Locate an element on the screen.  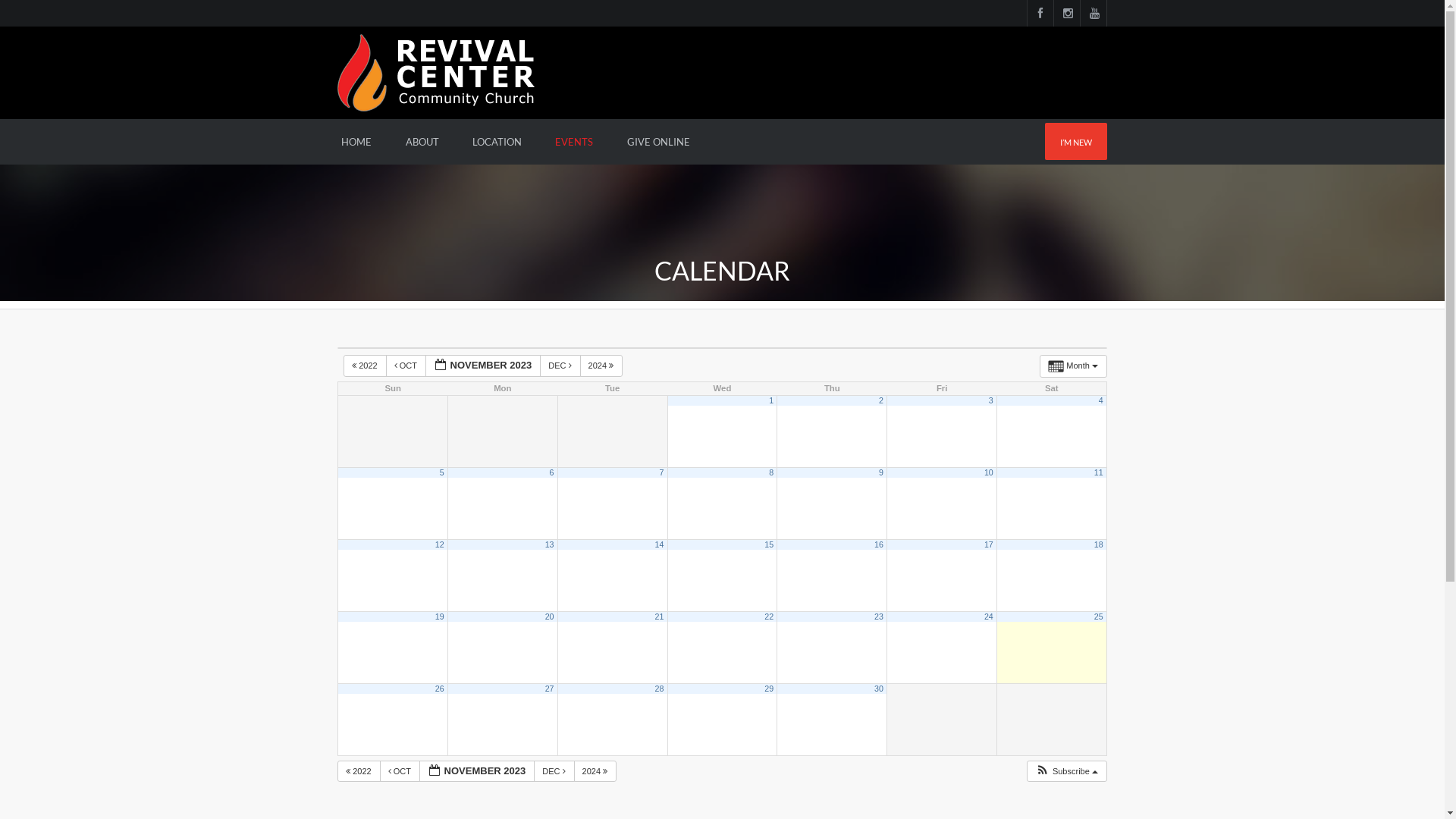
'1' is located at coordinates (768, 400).